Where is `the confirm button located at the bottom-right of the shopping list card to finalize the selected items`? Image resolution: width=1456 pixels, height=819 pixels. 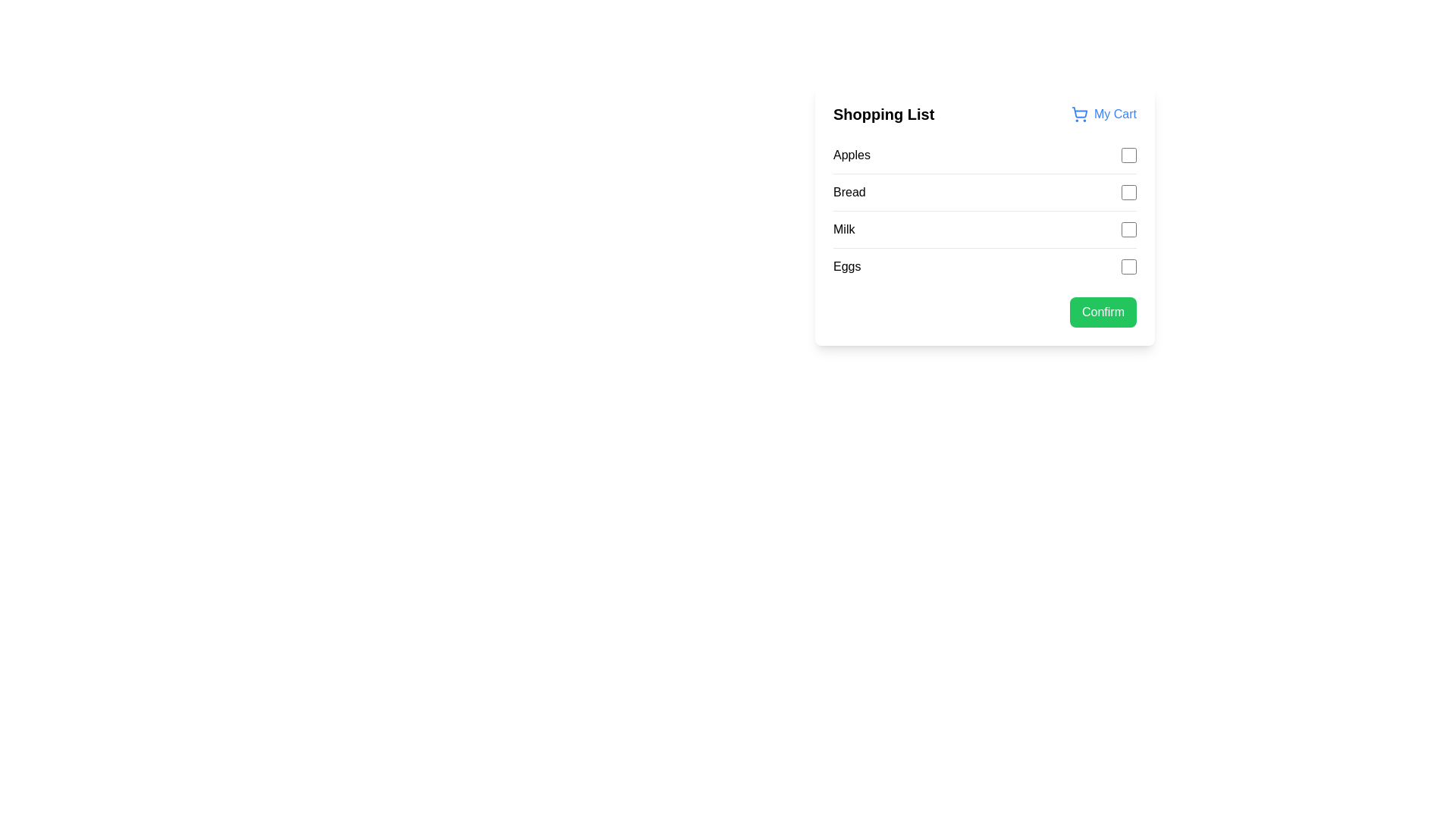 the confirm button located at the bottom-right of the shopping list card to finalize the selected items is located at coordinates (1103, 312).